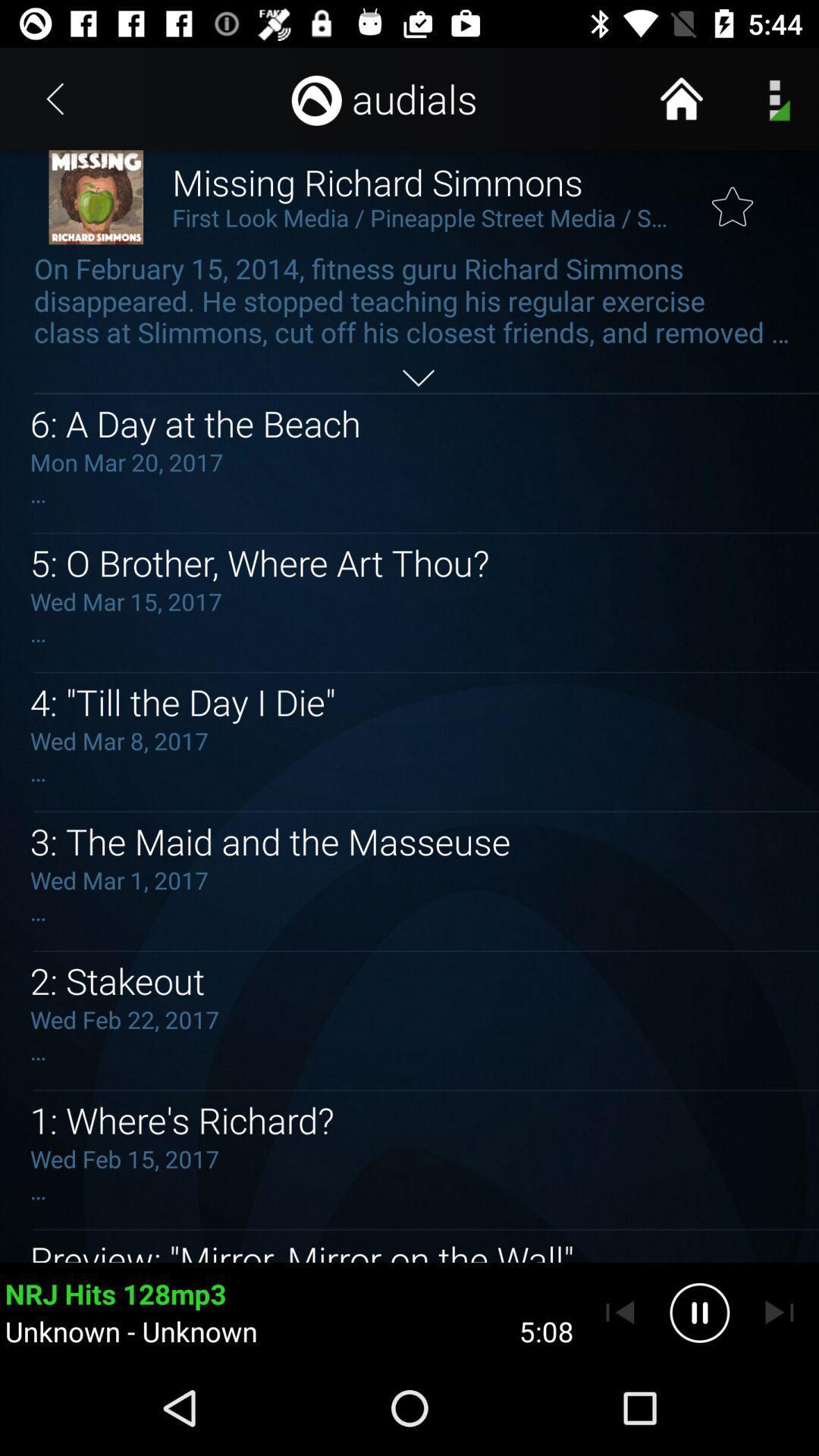 Image resolution: width=819 pixels, height=1456 pixels. I want to click on see more, so click(418, 378).